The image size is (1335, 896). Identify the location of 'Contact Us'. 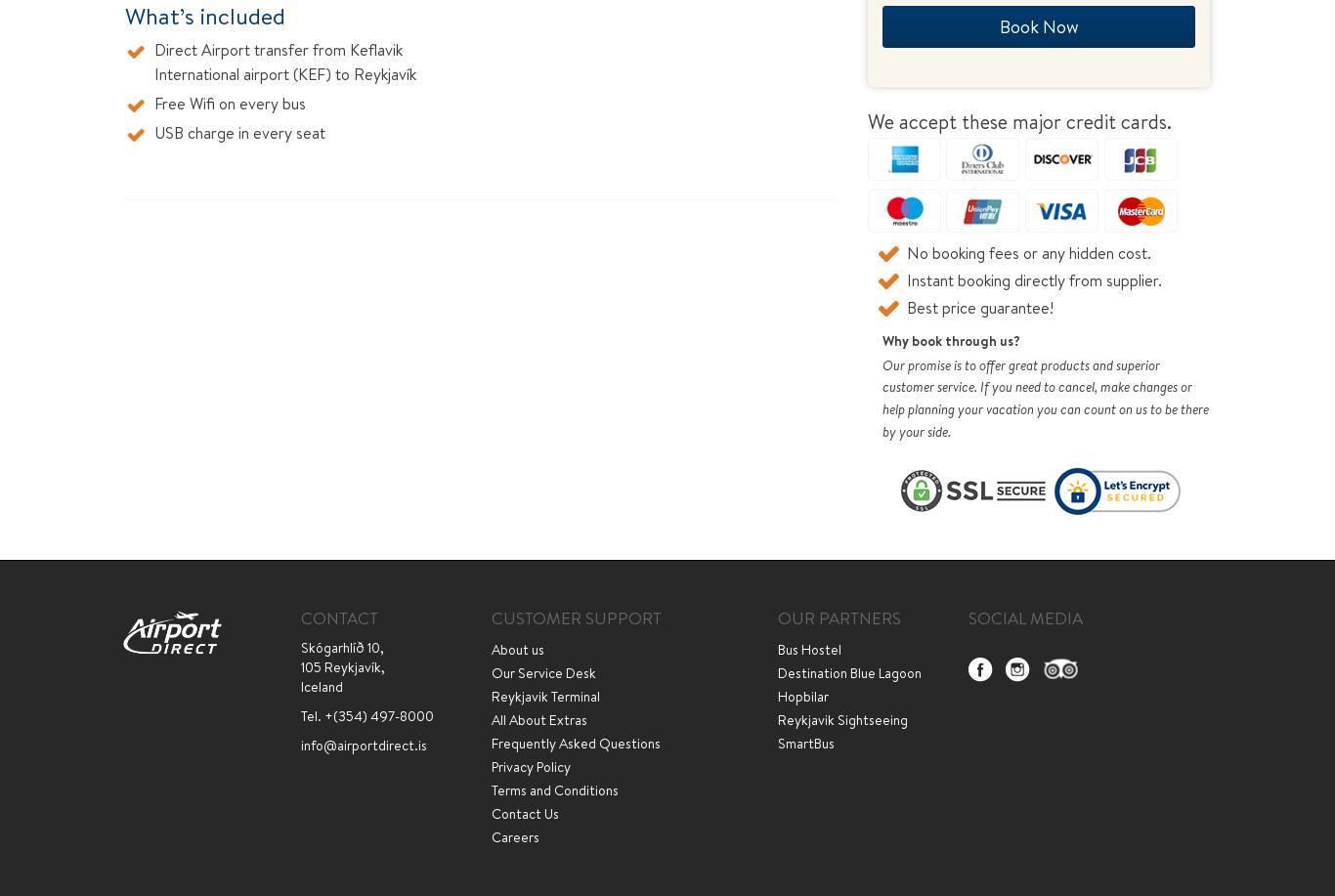
(525, 812).